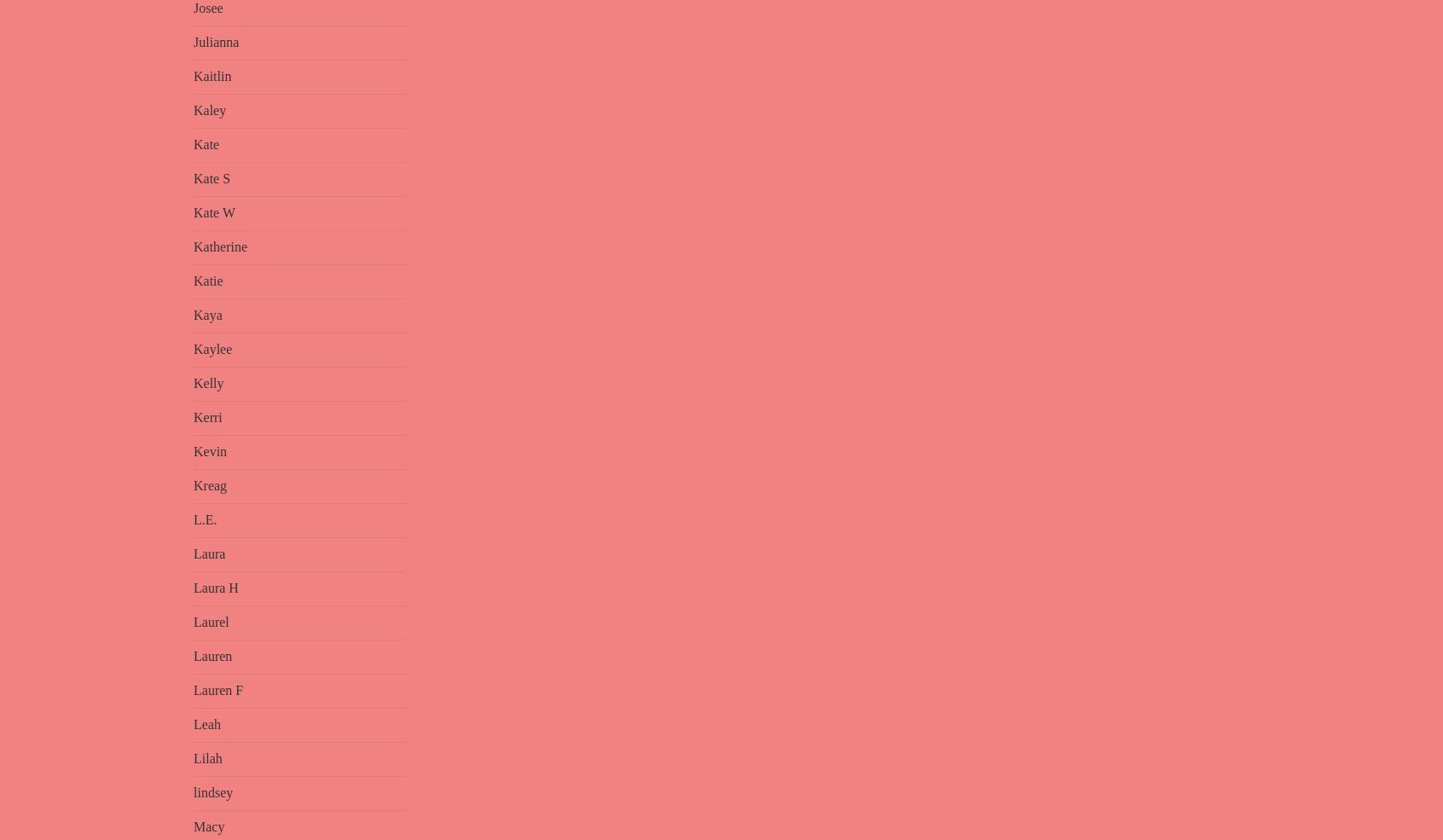 The width and height of the screenshot is (1443, 840). I want to click on 'Kate', so click(206, 144).